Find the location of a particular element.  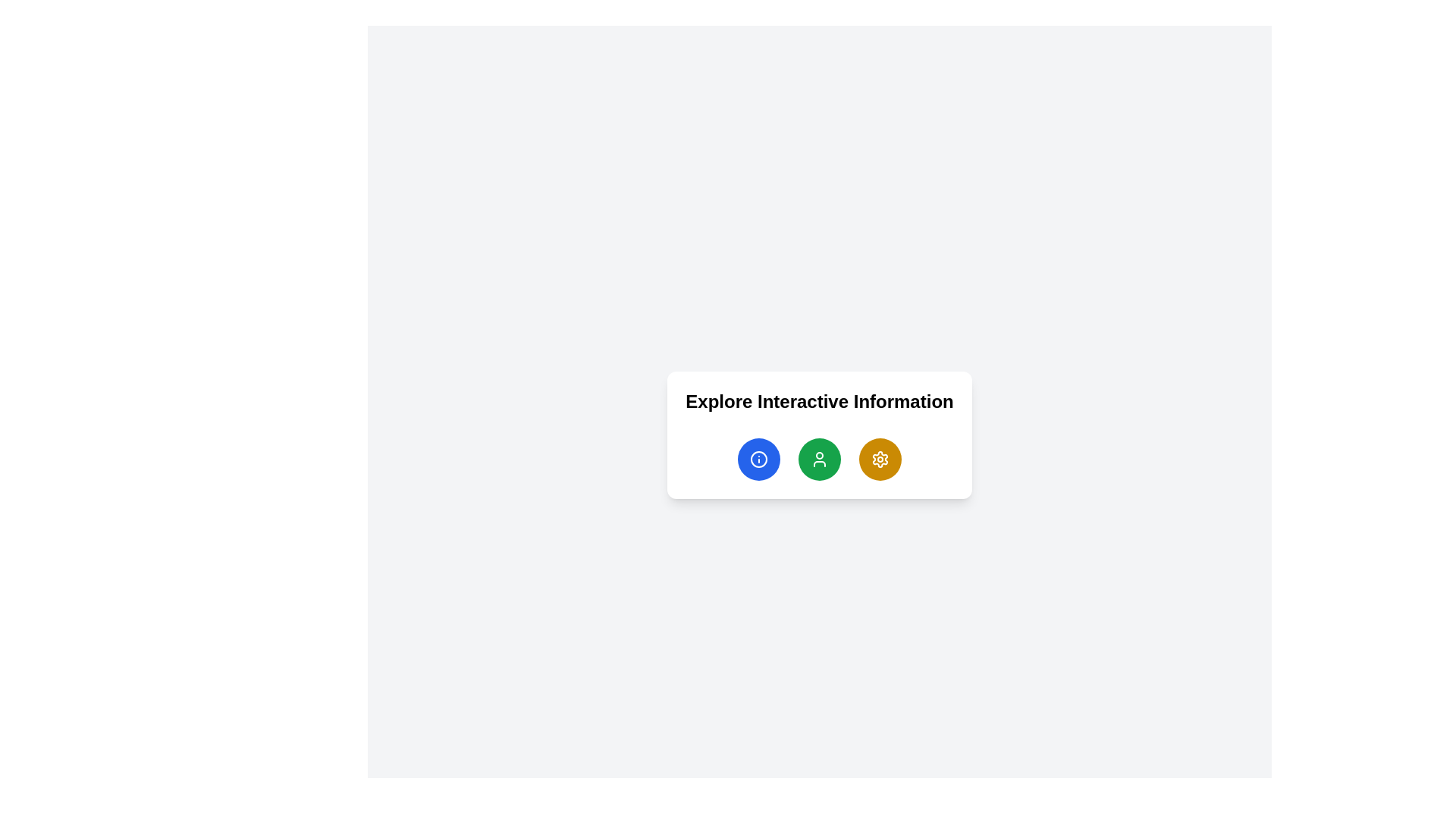

the information button located below the text 'Explore Interactive Information', to the left of the green button with a person icon is located at coordinates (758, 458).